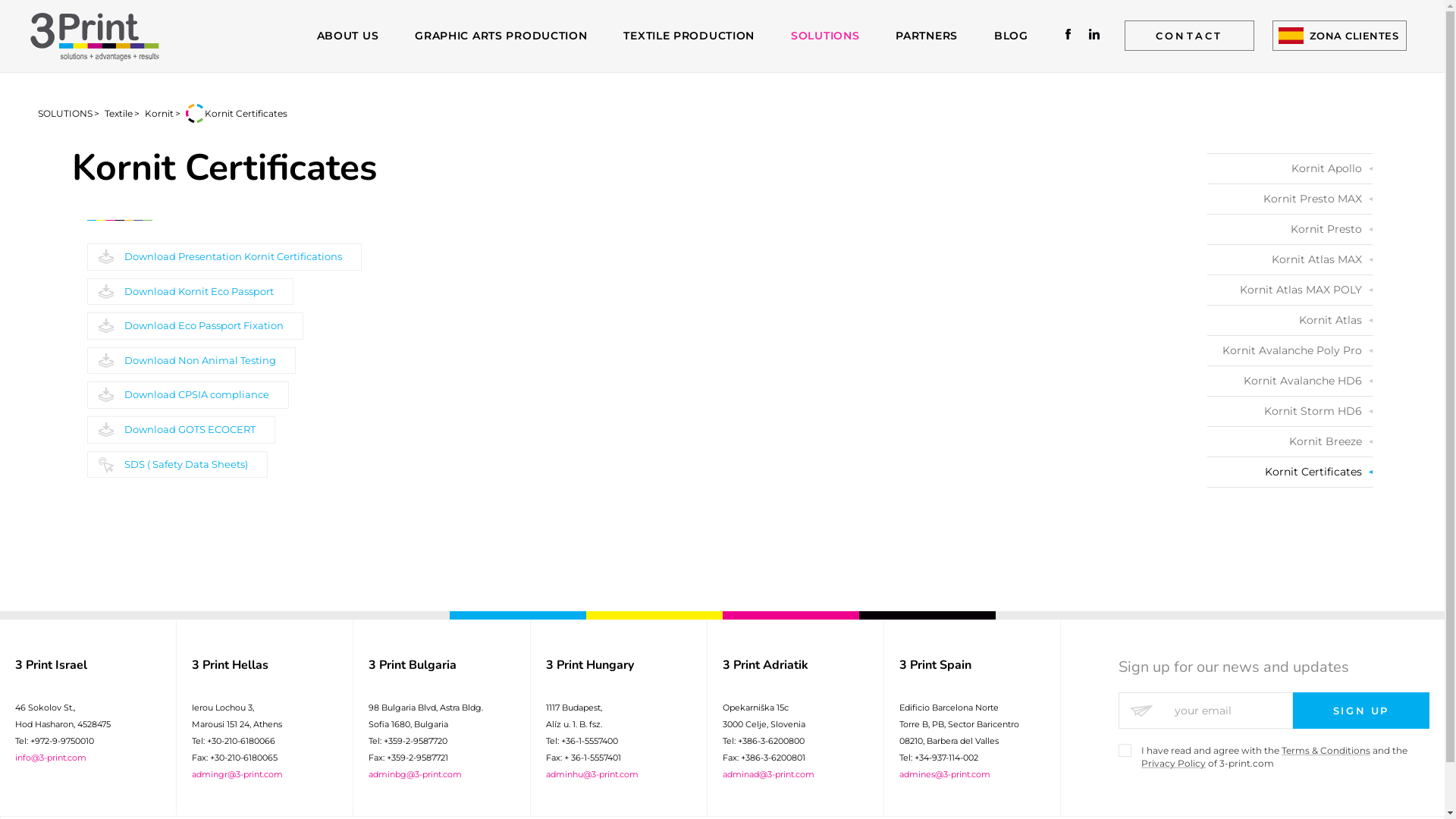 The height and width of the screenshot is (819, 1456). Describe the element at coordinates (14, 758) in the screenshot. I see `'info@3-print.com'` at that location.